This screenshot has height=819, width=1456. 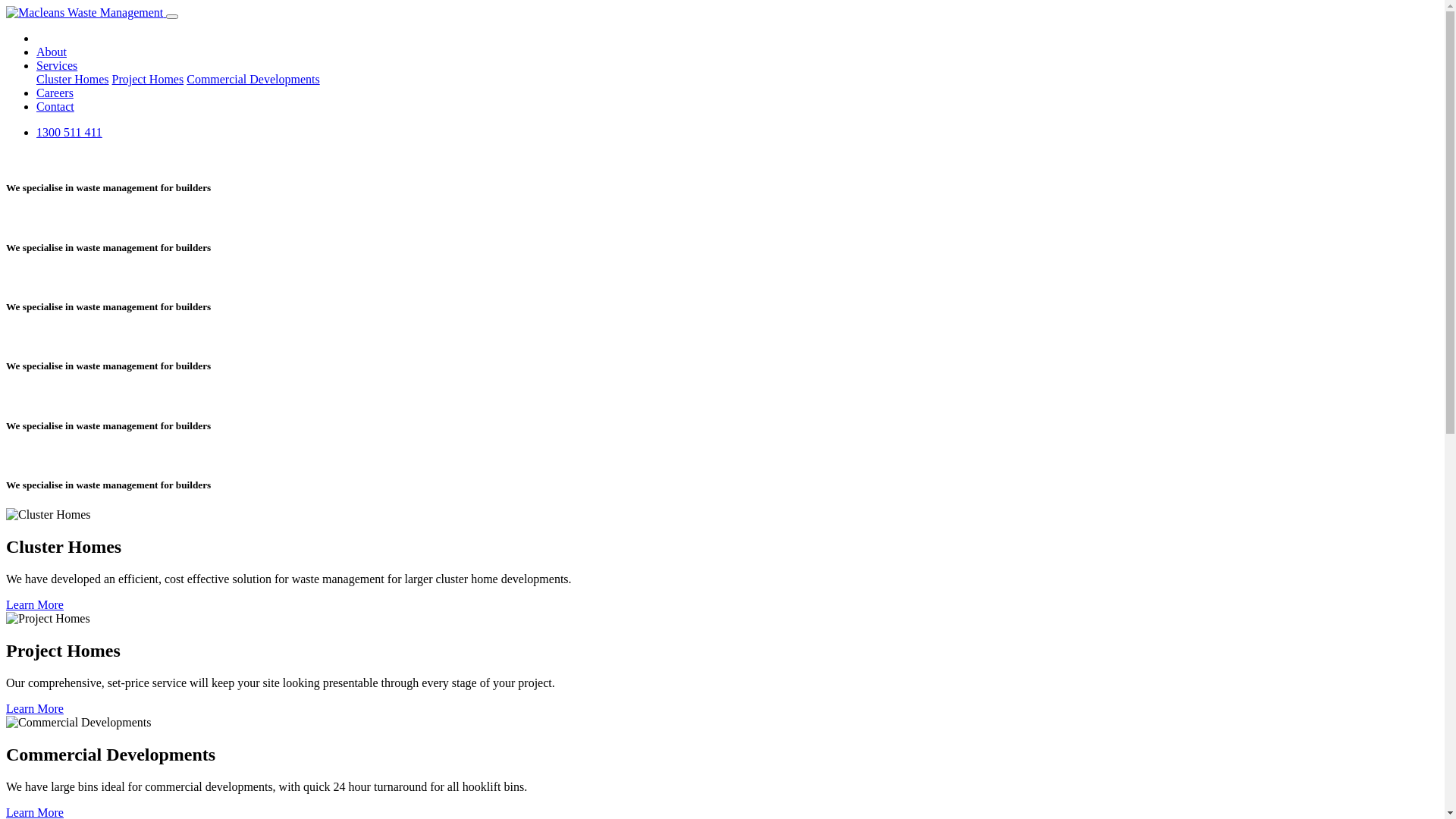 I want to click on 'Commercial Developments', so click(x=253, y=79).